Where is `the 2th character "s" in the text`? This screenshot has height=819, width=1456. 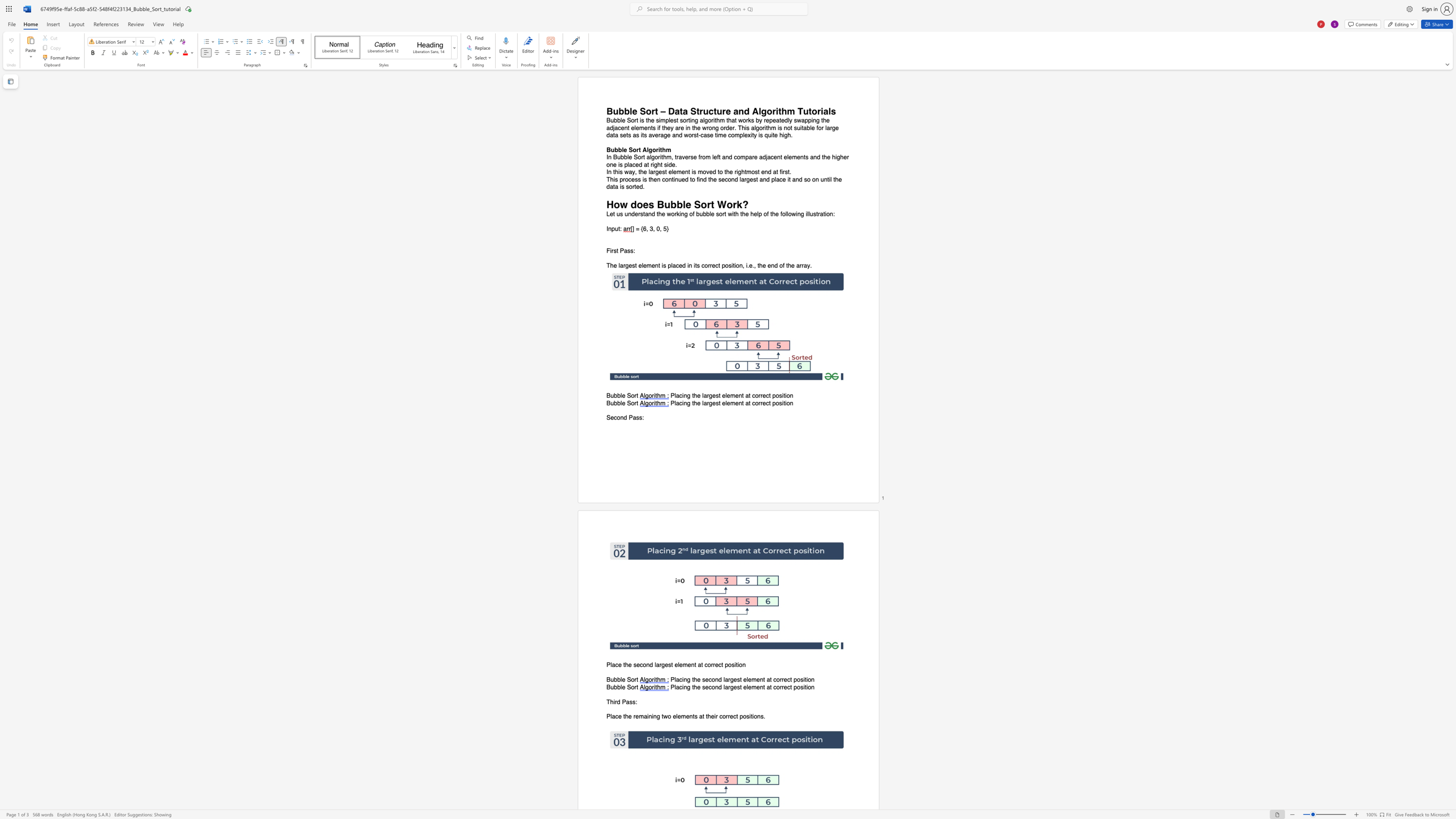
the 2th character "s" in the text is located at coordinates (669, 665).